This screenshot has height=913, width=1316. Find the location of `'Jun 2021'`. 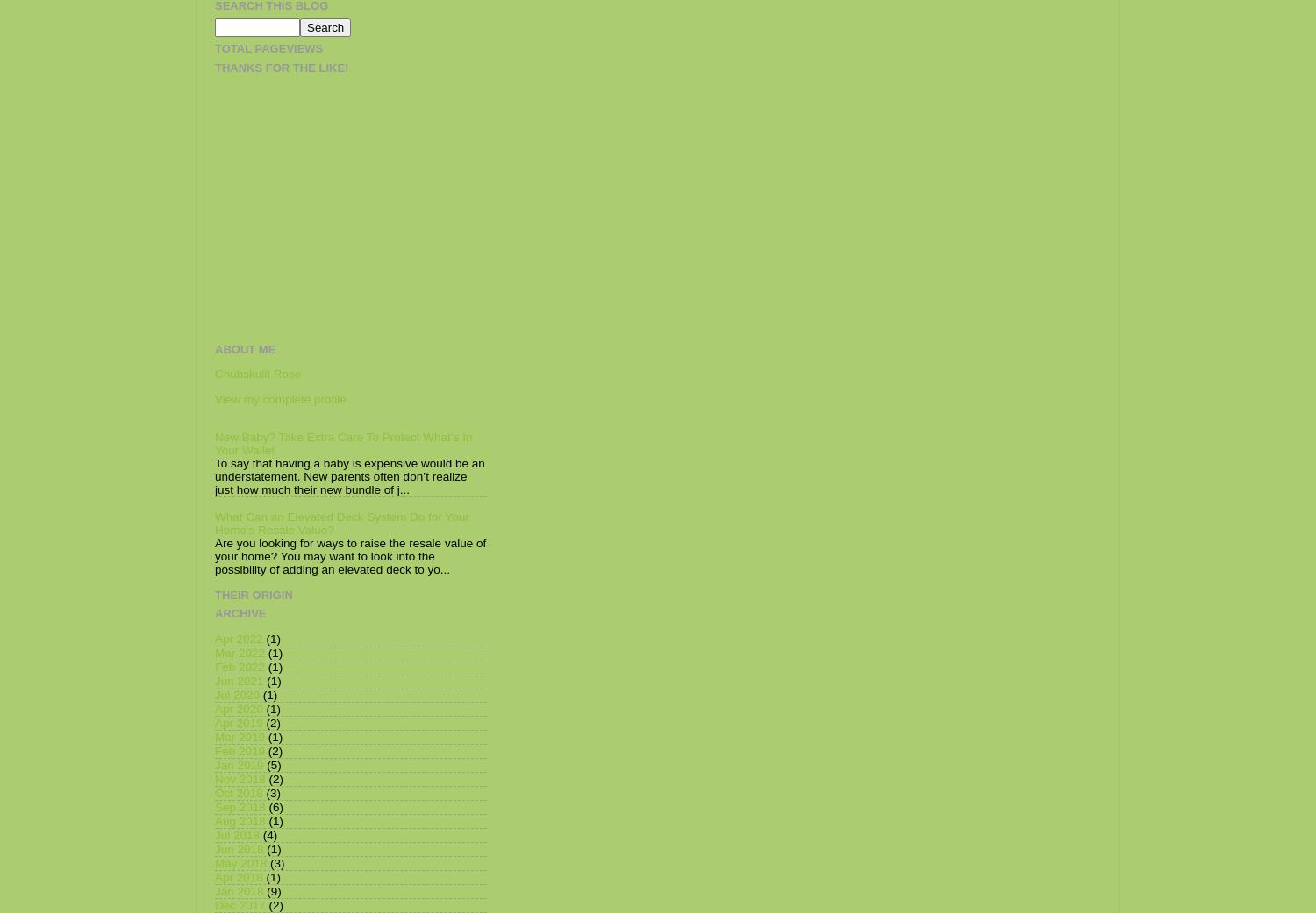

'Jun 2021' is located at coordinates (239, 680).